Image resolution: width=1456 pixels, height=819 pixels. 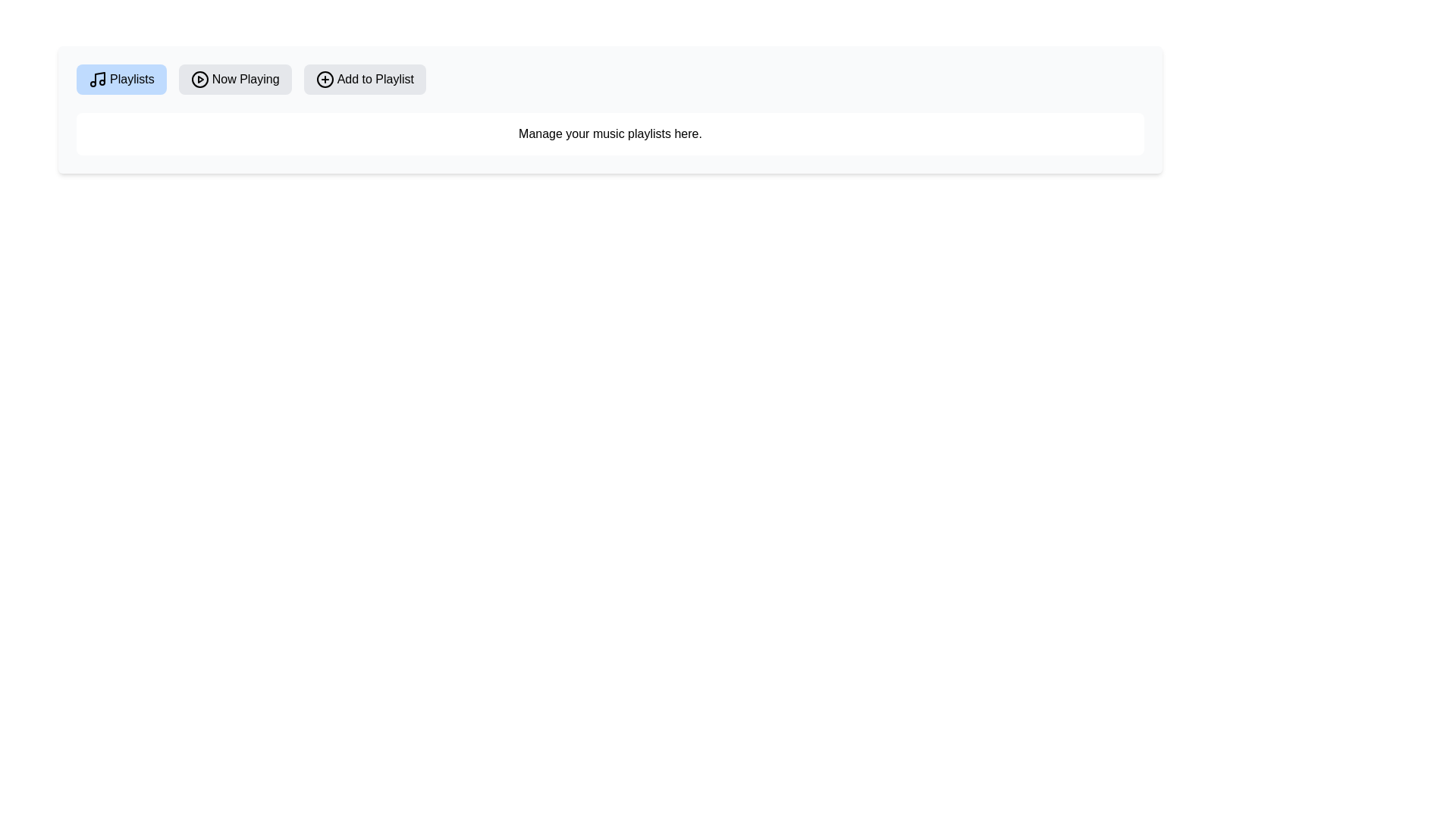 I want to click on the tab labeled Add to Playlist, so click(x=364, y=79).